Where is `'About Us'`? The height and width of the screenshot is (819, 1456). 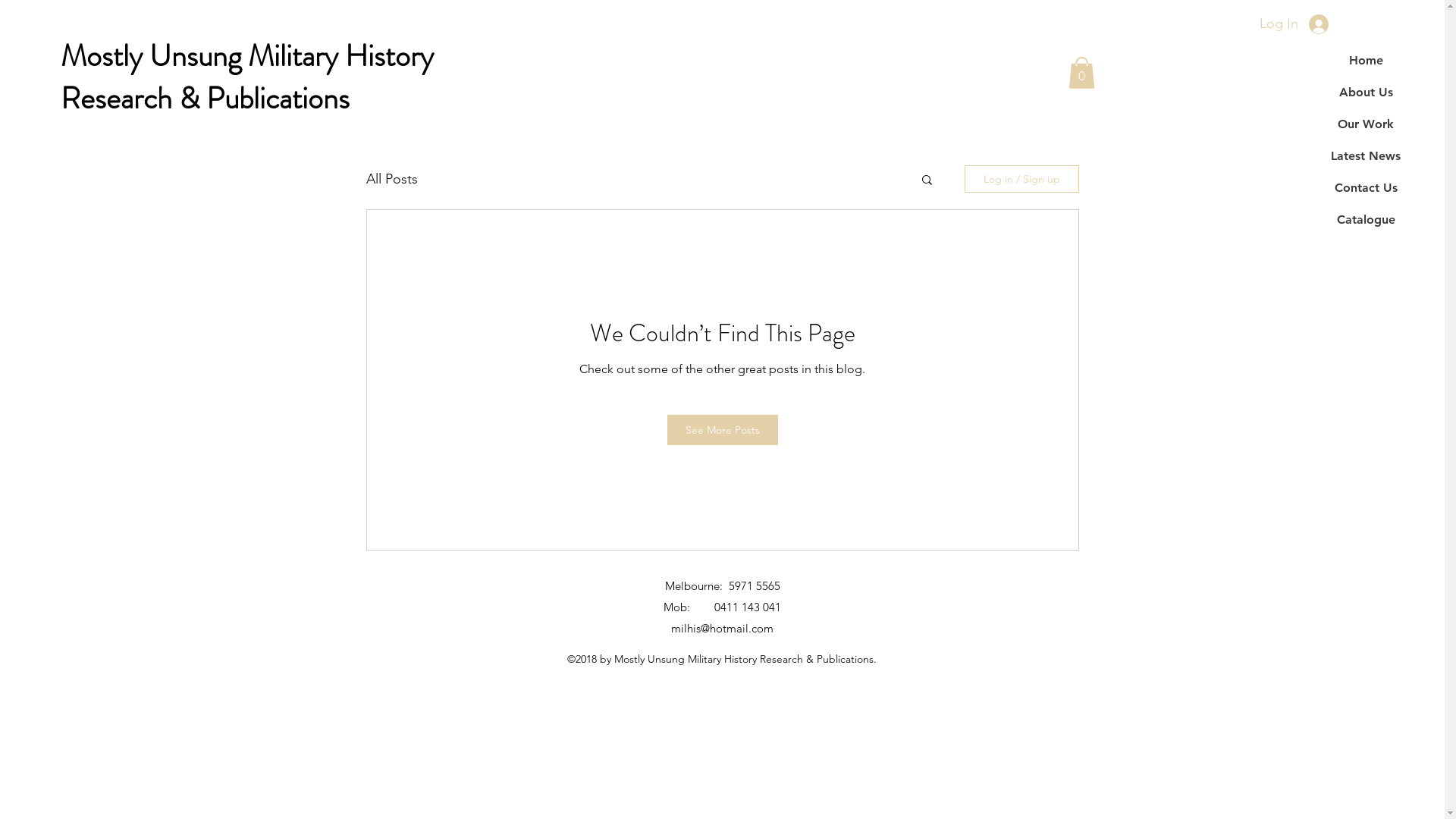 'About Us' is located at coordinates (1365, 92).